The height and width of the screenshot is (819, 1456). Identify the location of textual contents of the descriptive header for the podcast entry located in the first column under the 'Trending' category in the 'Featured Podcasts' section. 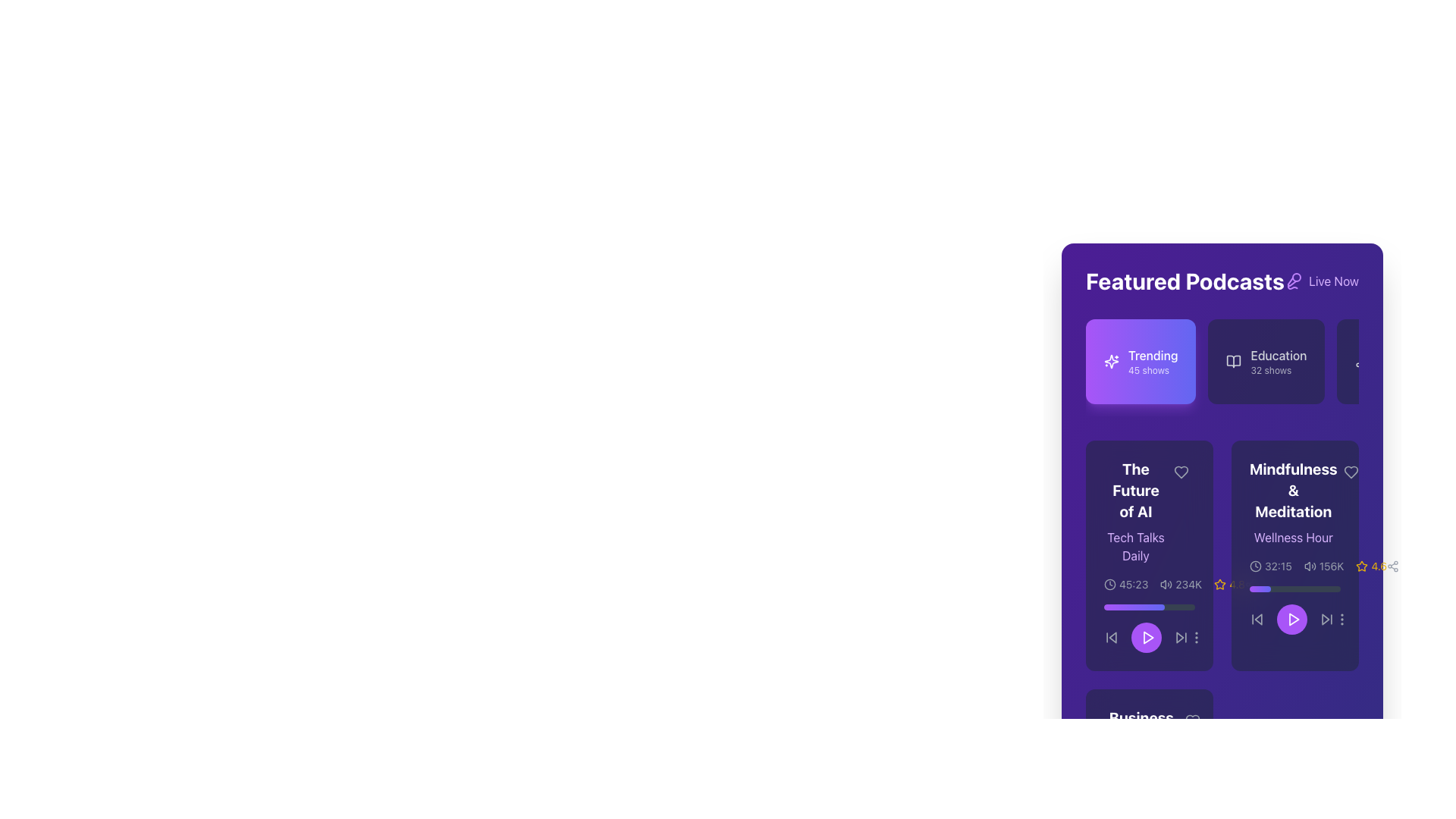
(1150, 512).